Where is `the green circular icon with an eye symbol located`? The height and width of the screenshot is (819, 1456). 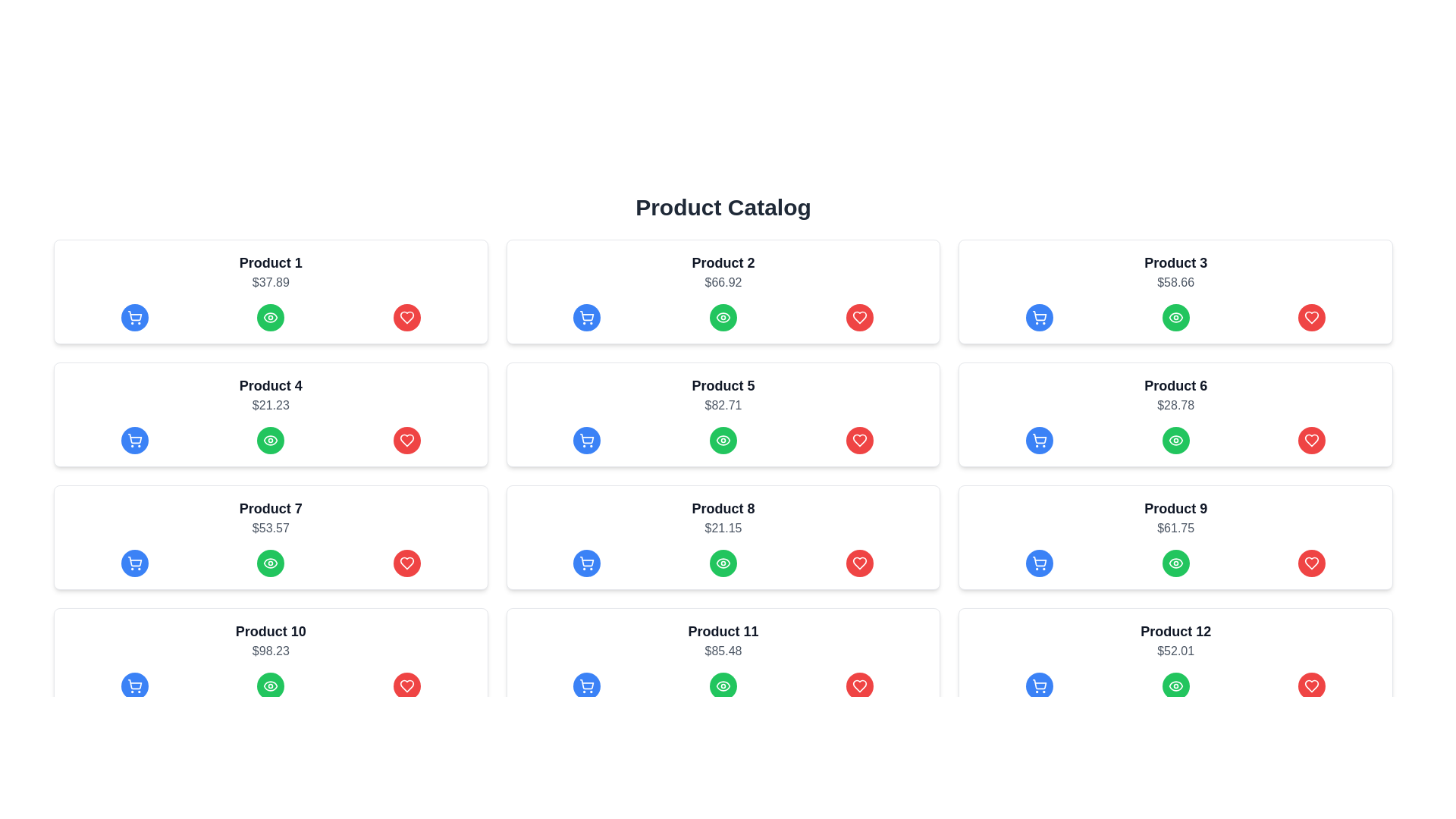
the green circular icon with an eye symbol located is located at coordinates (270, 441).